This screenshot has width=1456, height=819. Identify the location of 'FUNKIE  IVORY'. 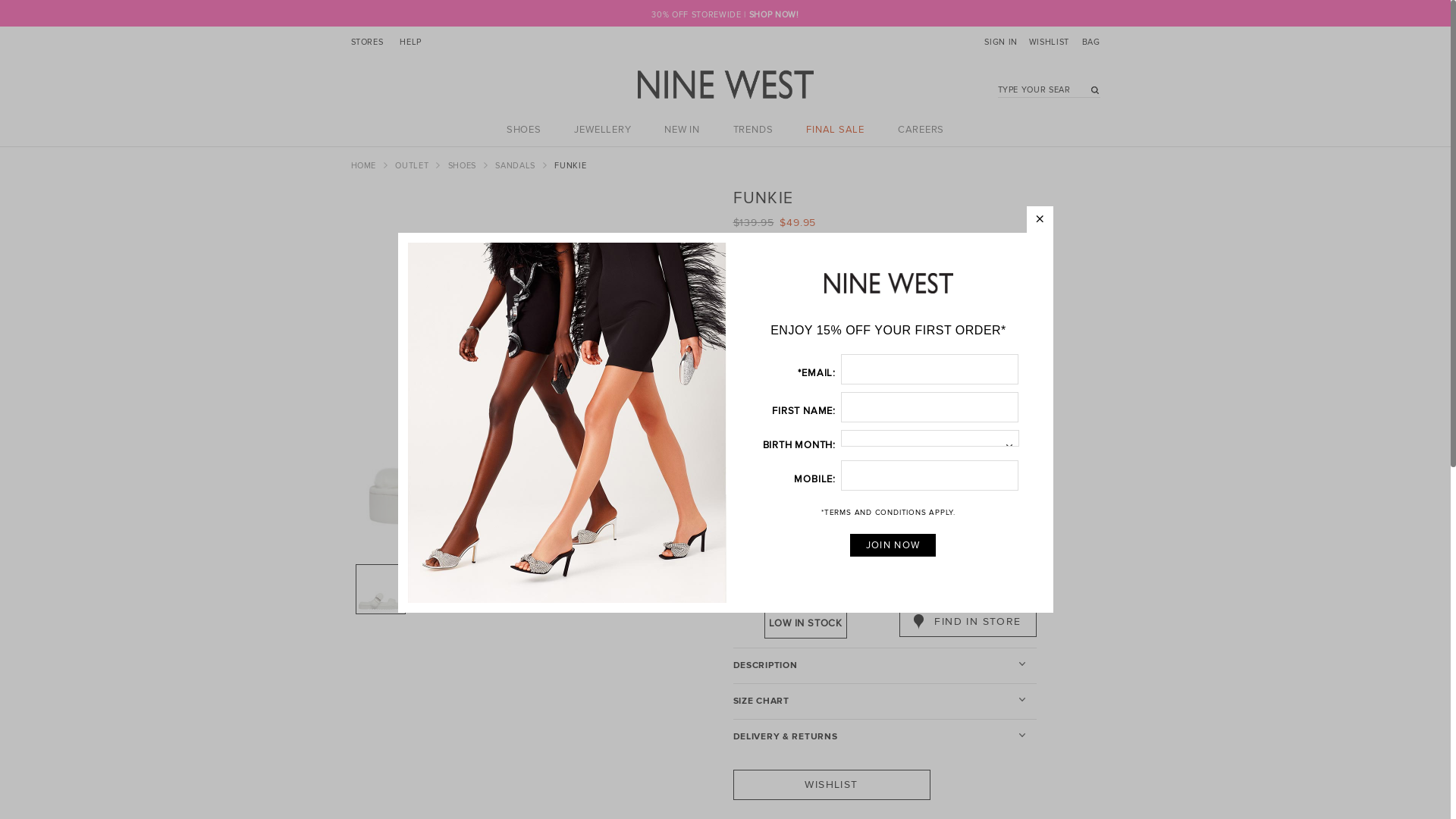
(498, 588).